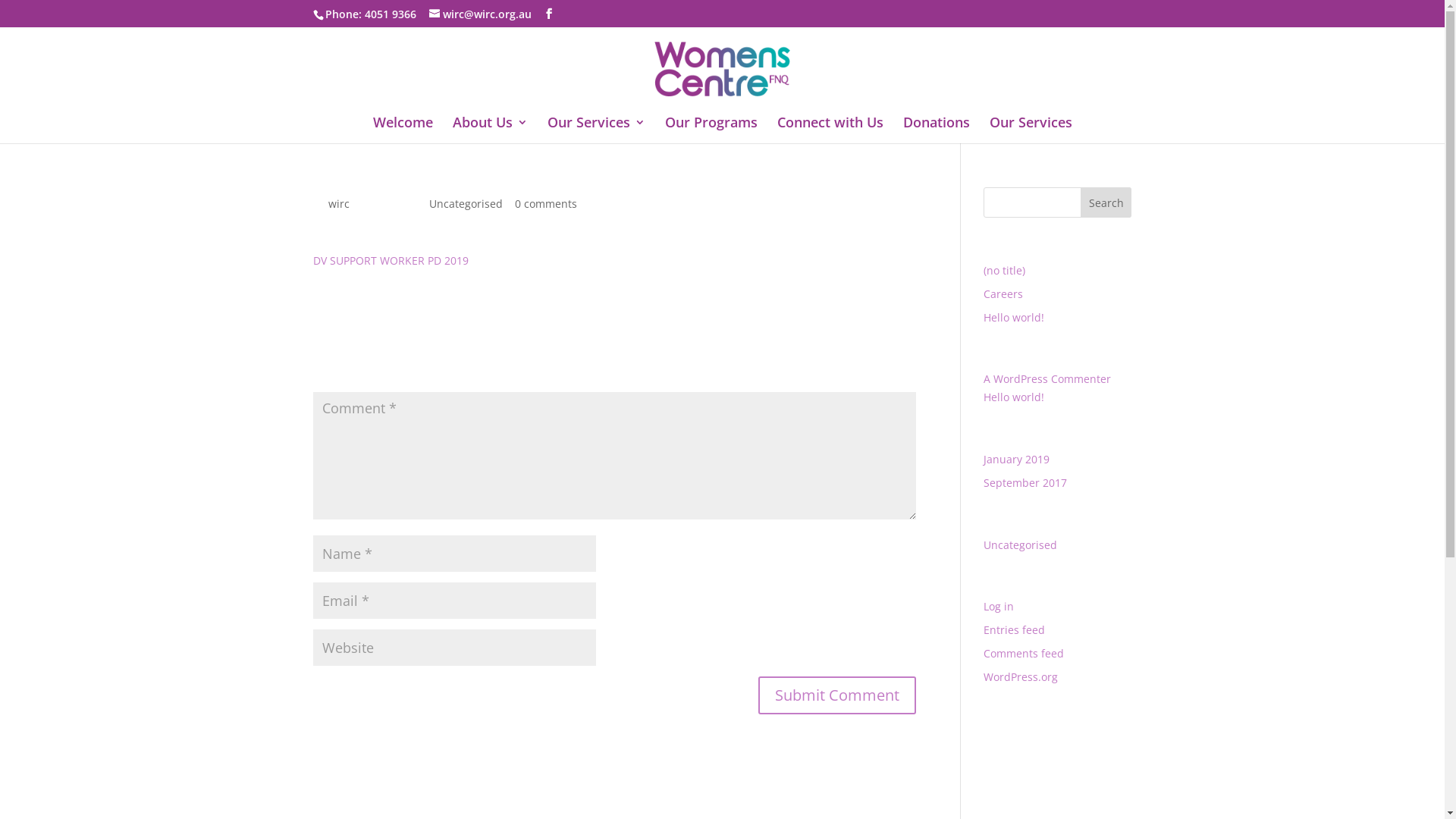 The height and width of the screenshot is (819, 1456). What do you see at coordinates (489, 129) in the screenshot?
I see `'About Us'` at bounding box center [489, 129].